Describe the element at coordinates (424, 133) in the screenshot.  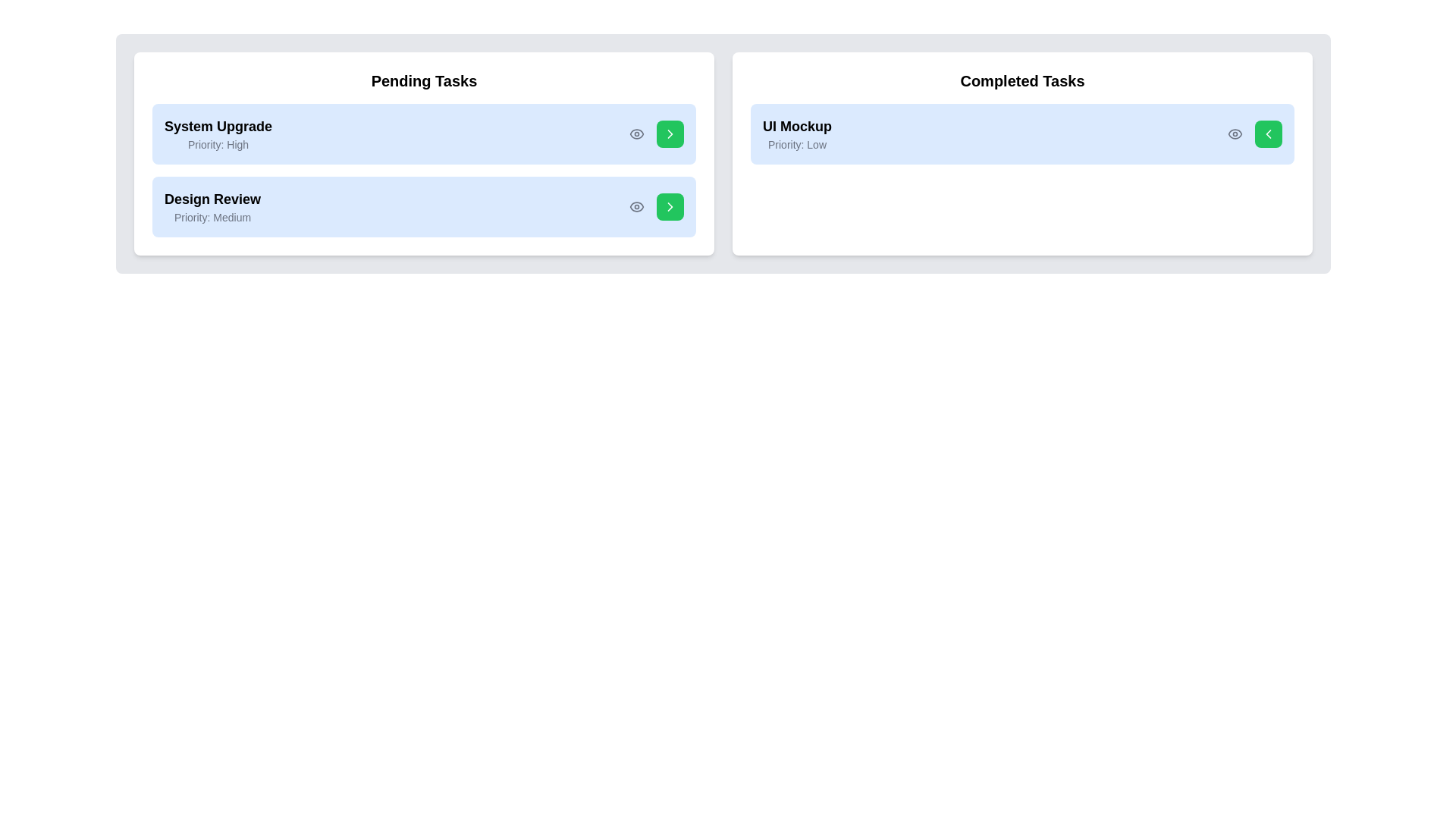
I see `the task 'System Upgrade' to highlight it` at that location.